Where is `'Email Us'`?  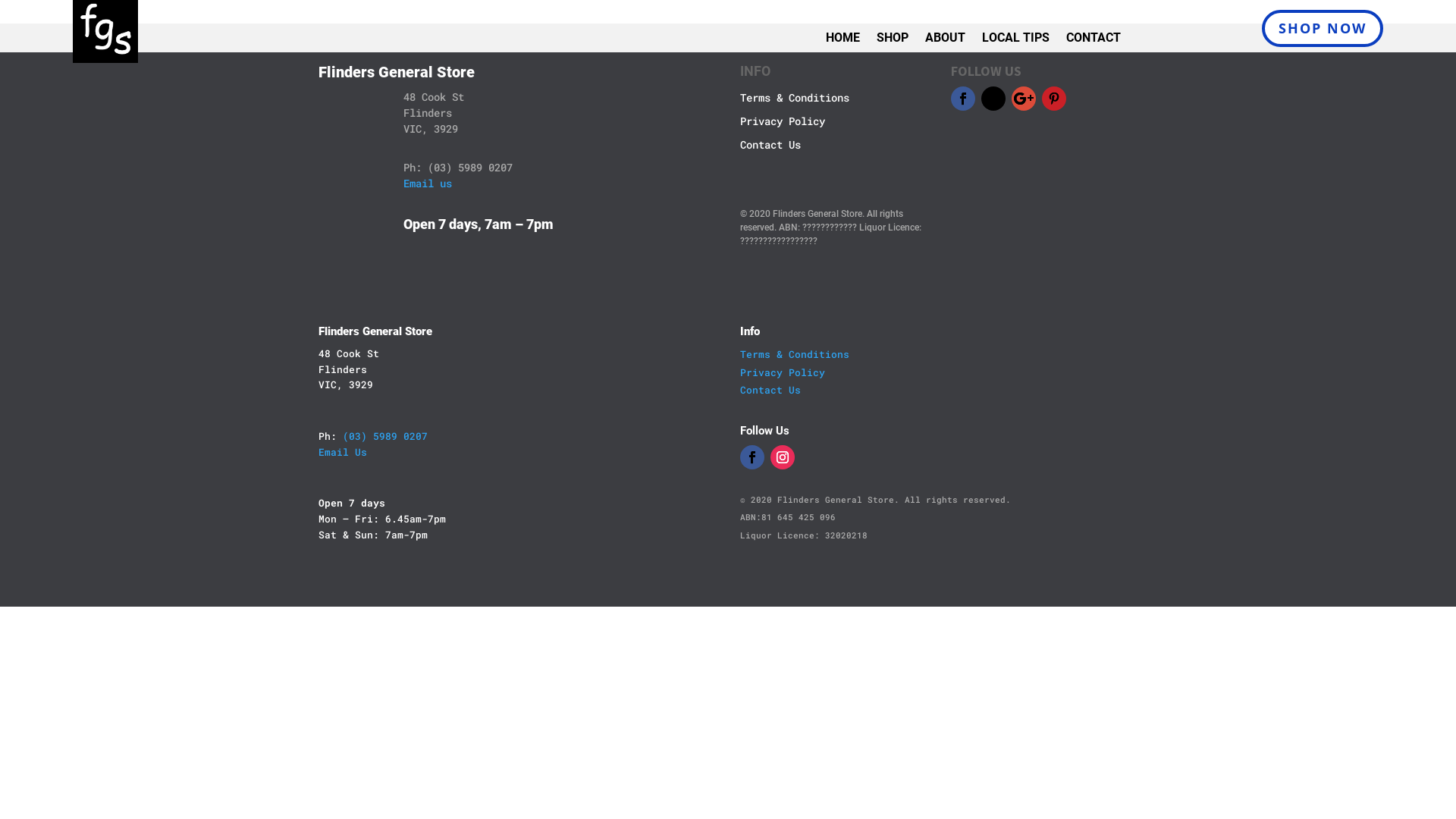 'Email Us' is located at coordinates (341, 451).